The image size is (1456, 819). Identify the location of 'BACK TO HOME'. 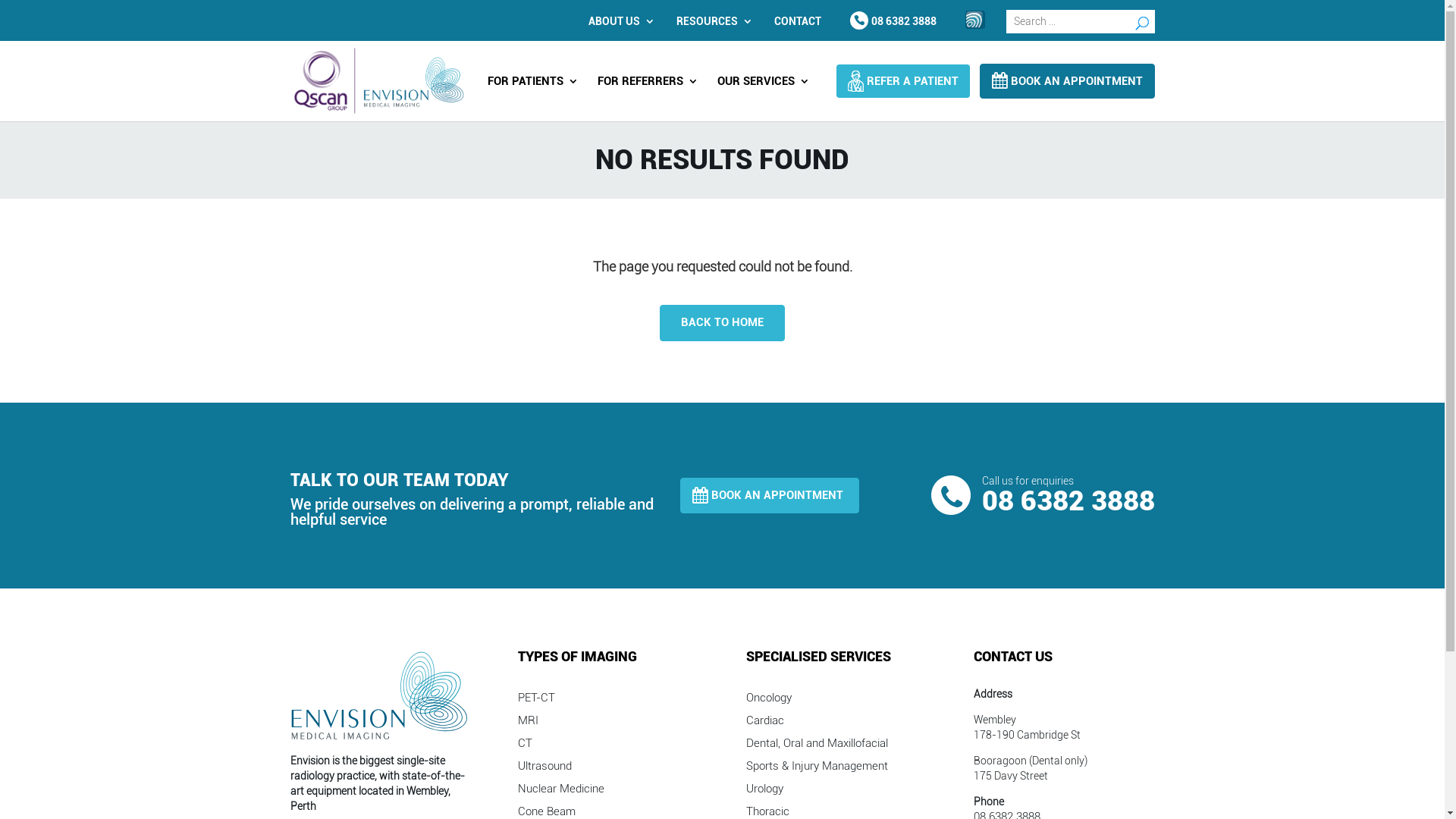
(659, 322).